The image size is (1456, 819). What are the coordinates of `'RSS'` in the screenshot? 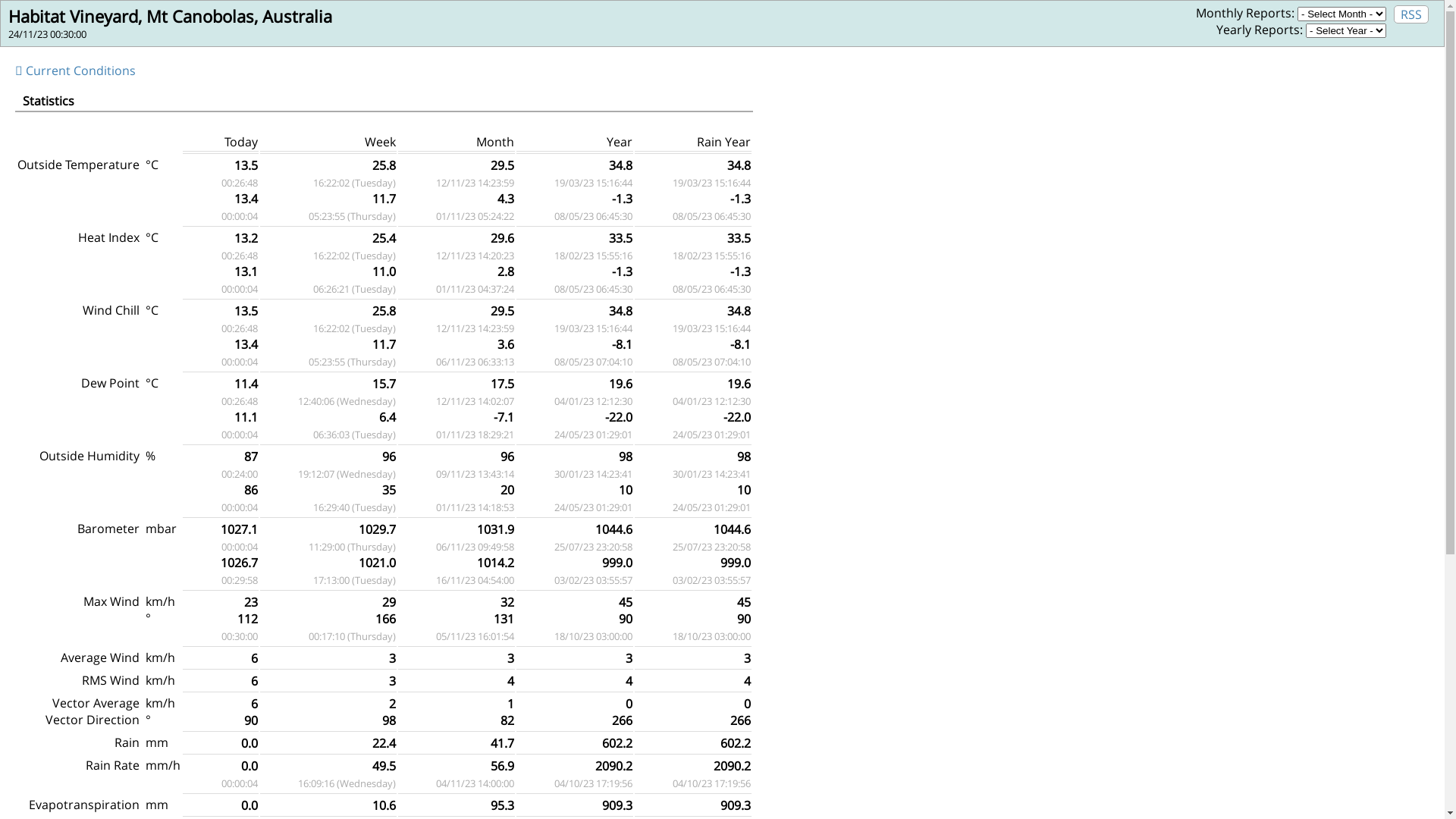 It's located at (1410, 14).